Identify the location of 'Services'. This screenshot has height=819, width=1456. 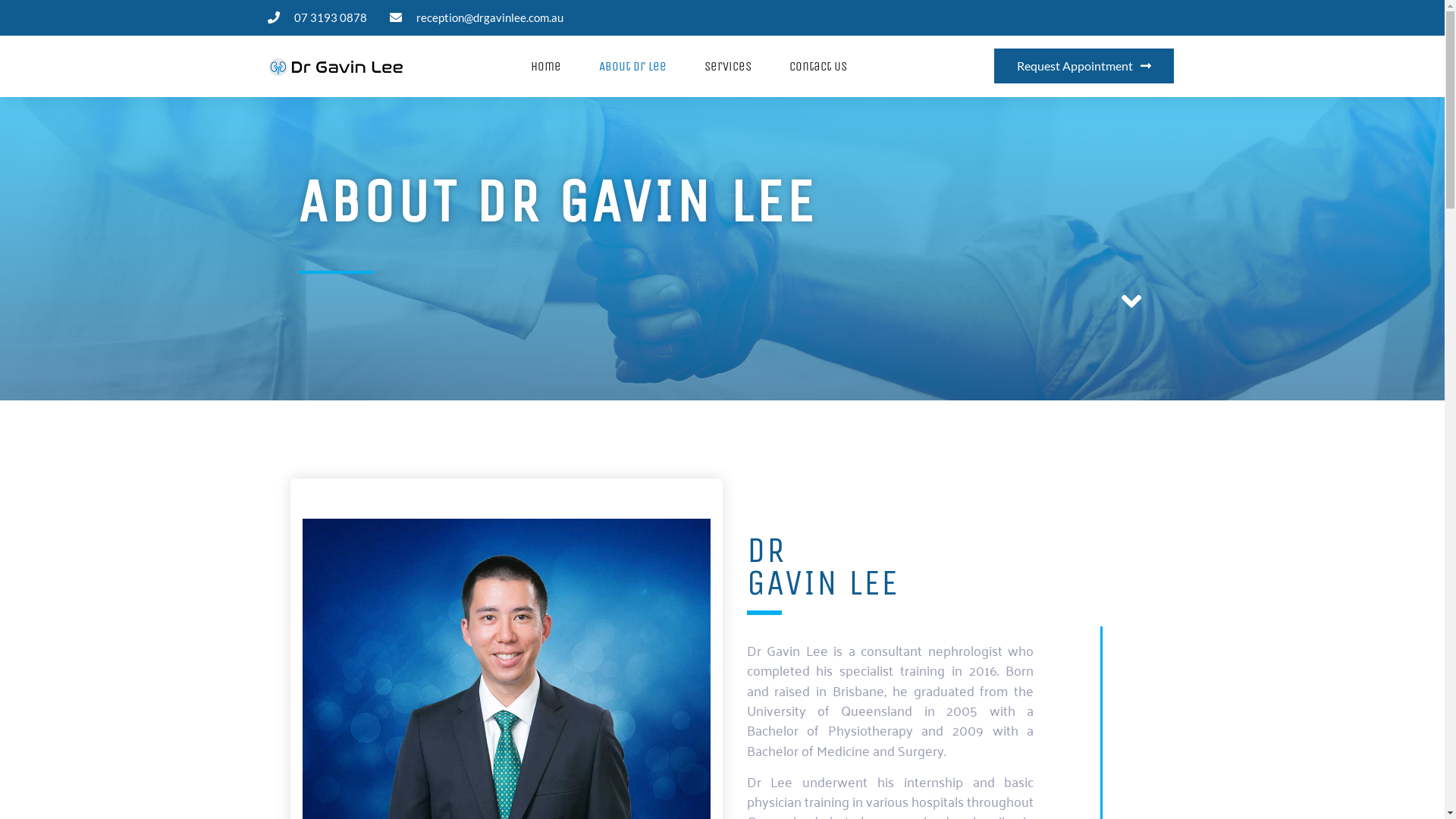
(728, 65).